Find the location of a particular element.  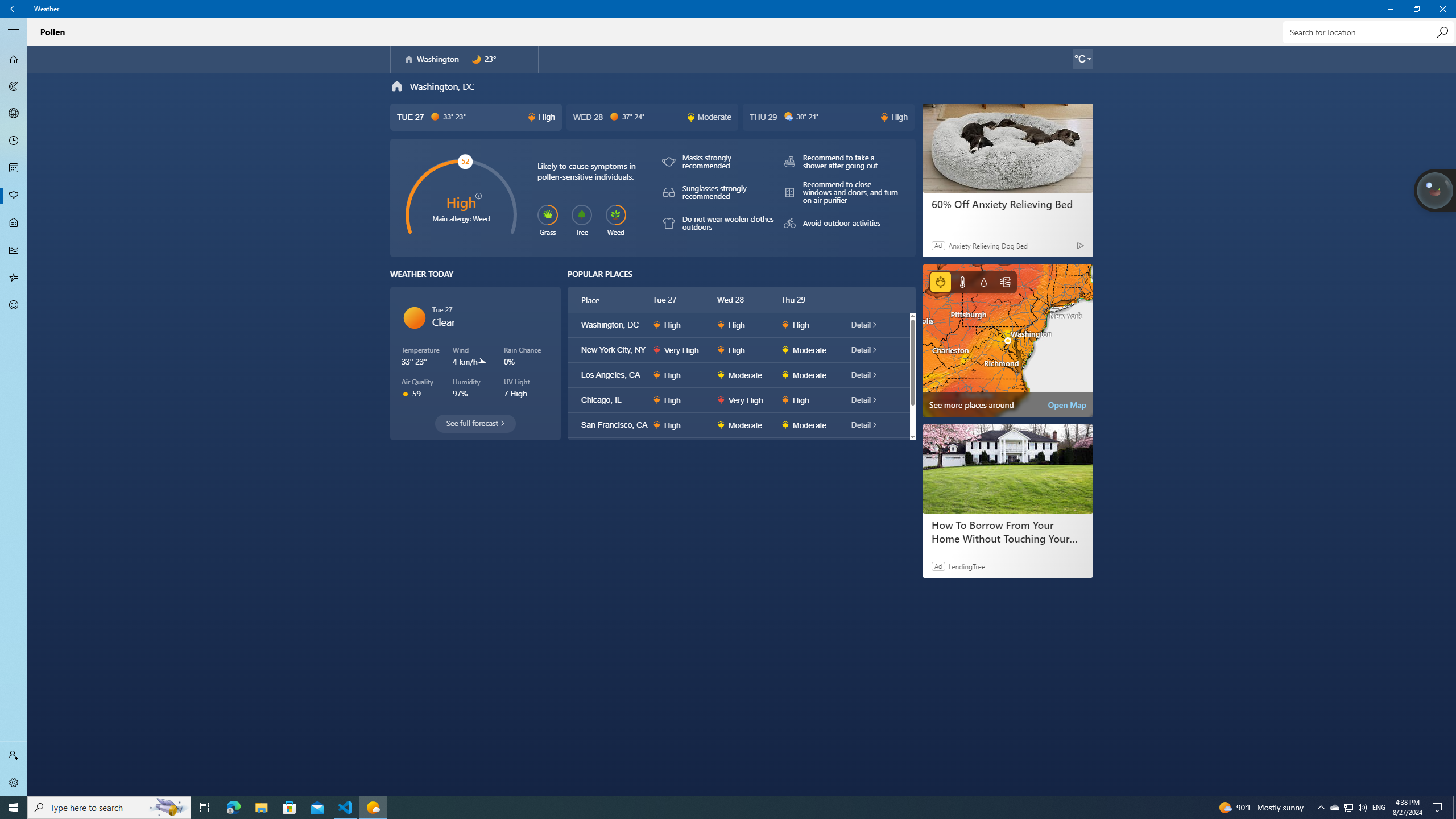

'Restore Weather' is located at coordinates (1416, 9).